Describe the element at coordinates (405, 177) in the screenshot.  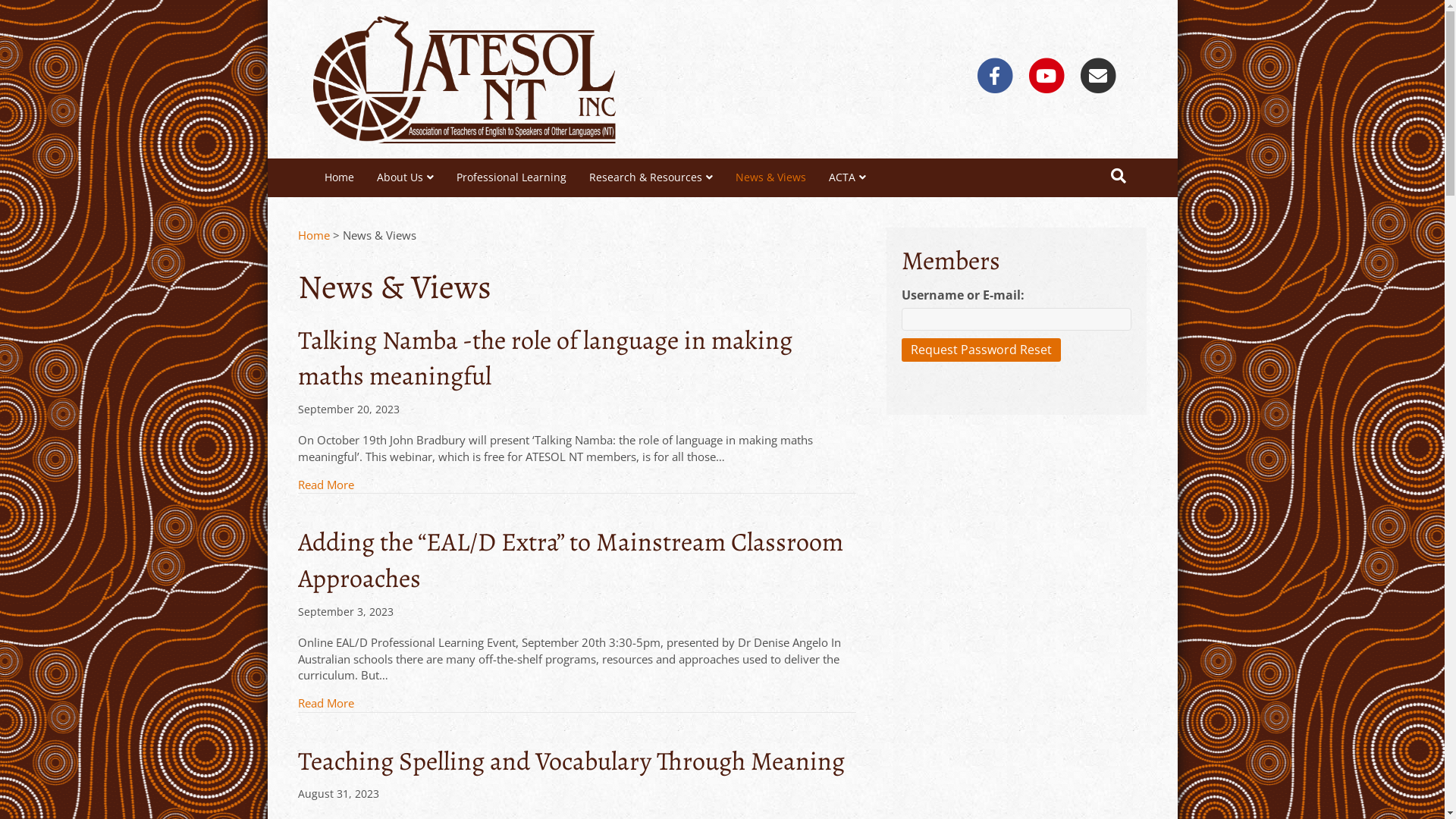
I see `'About Us'` at that location.